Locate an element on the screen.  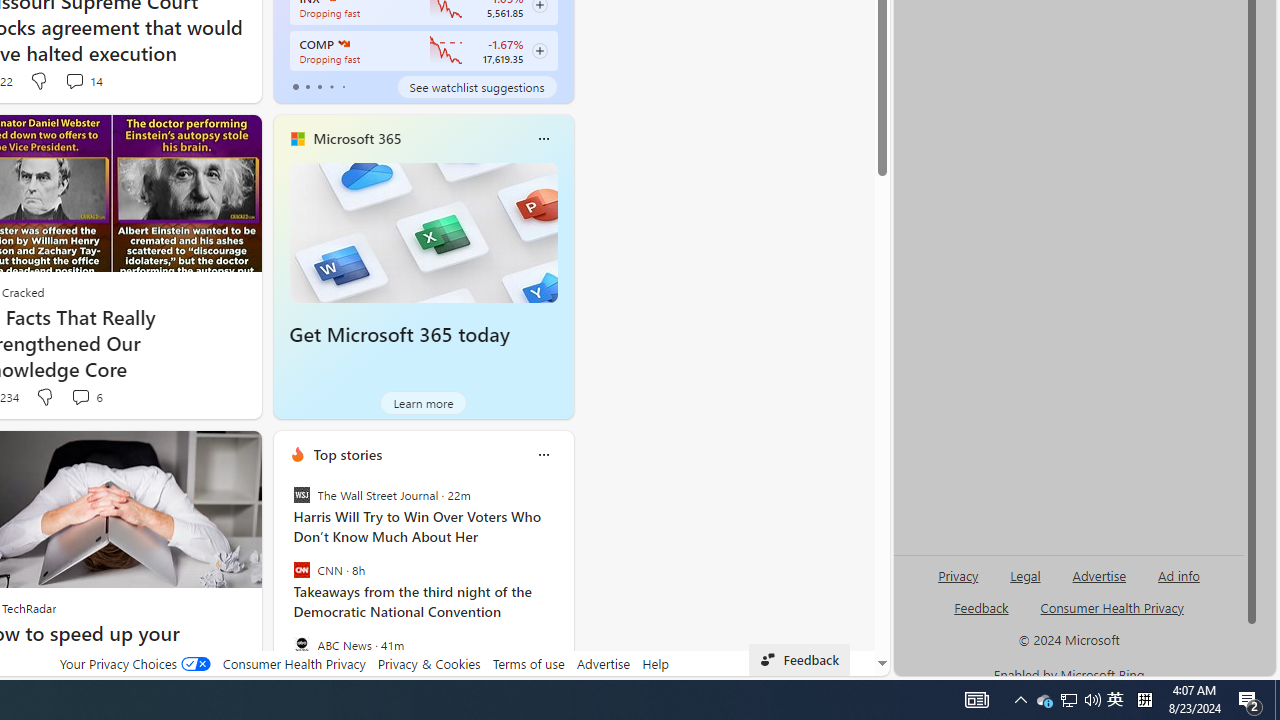
'previous' is located at coordinates (282, 583).